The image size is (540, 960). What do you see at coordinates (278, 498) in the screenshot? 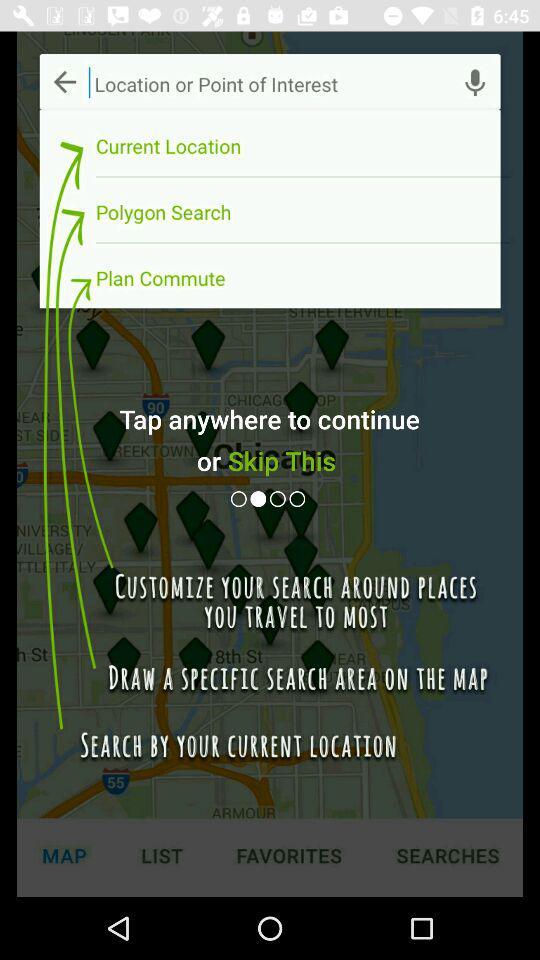
I see `tap to continue` at bounding box center [278, 498].